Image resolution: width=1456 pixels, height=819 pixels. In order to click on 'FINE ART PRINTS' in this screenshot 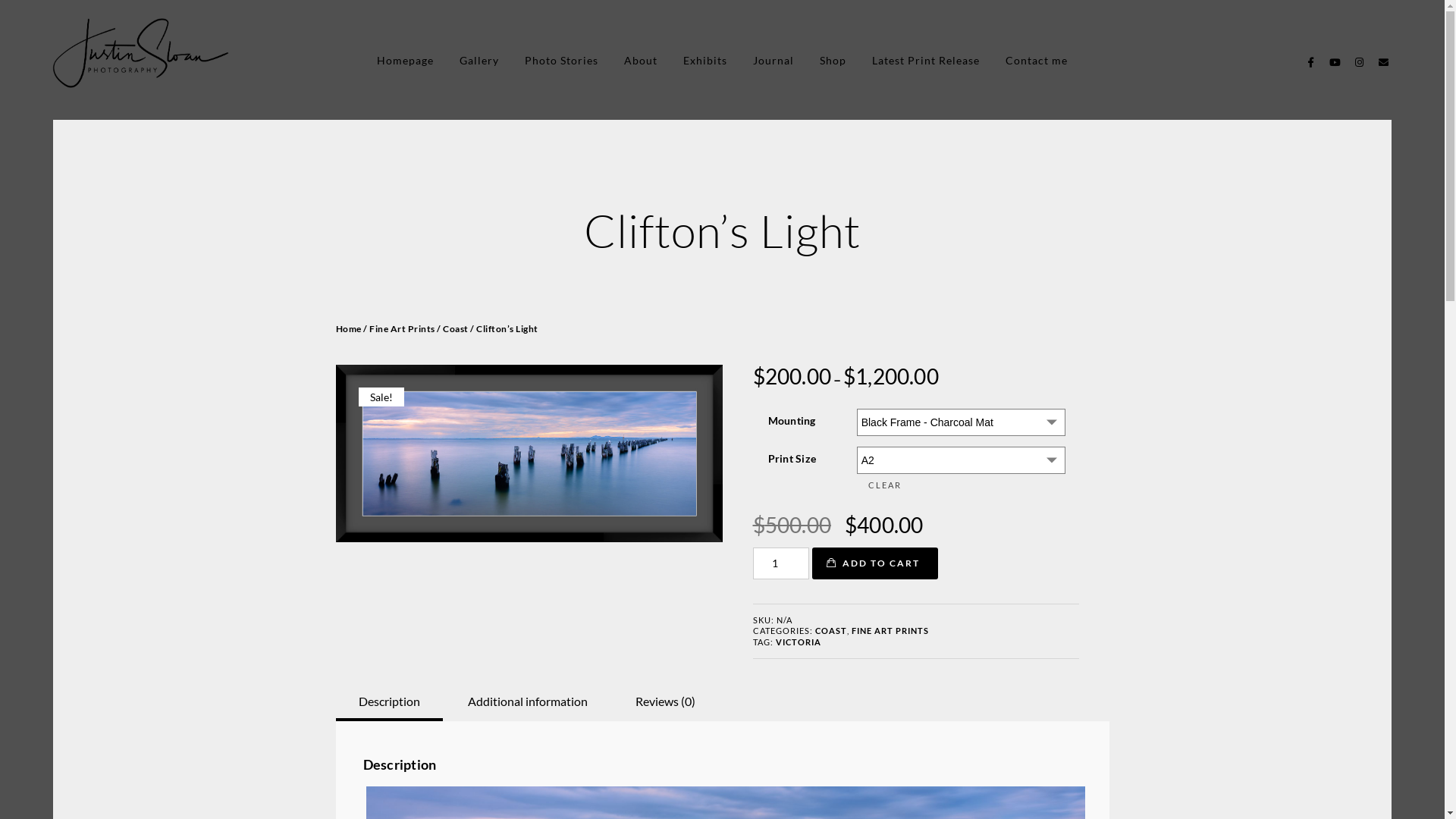, I will do `click(889, 630)`.